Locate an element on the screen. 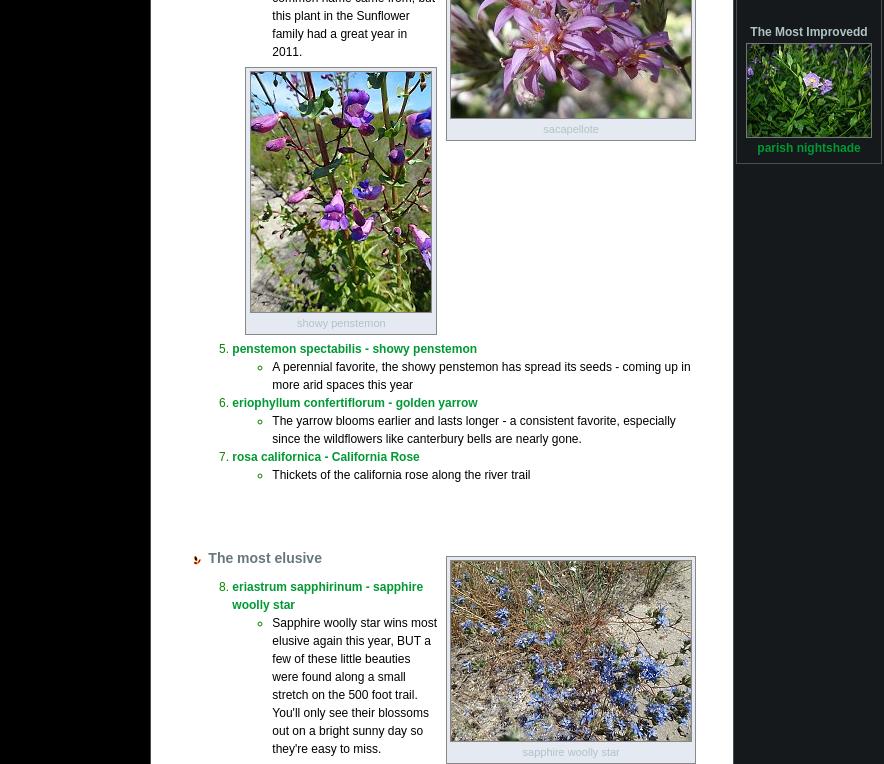 The width and height of the screenshot is (884, 764). 'sacapellote' is located at coordinates (569, 126).